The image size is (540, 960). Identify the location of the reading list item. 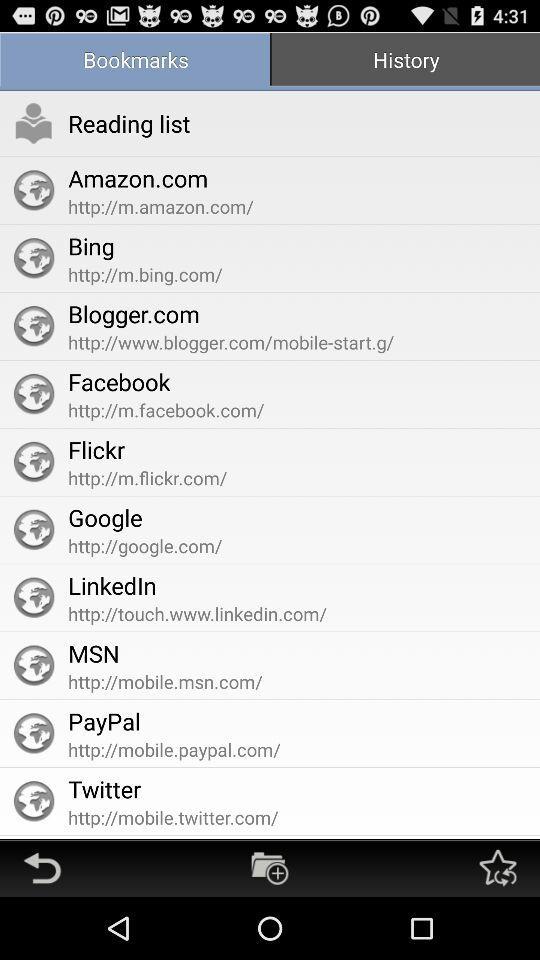
(129, 122).